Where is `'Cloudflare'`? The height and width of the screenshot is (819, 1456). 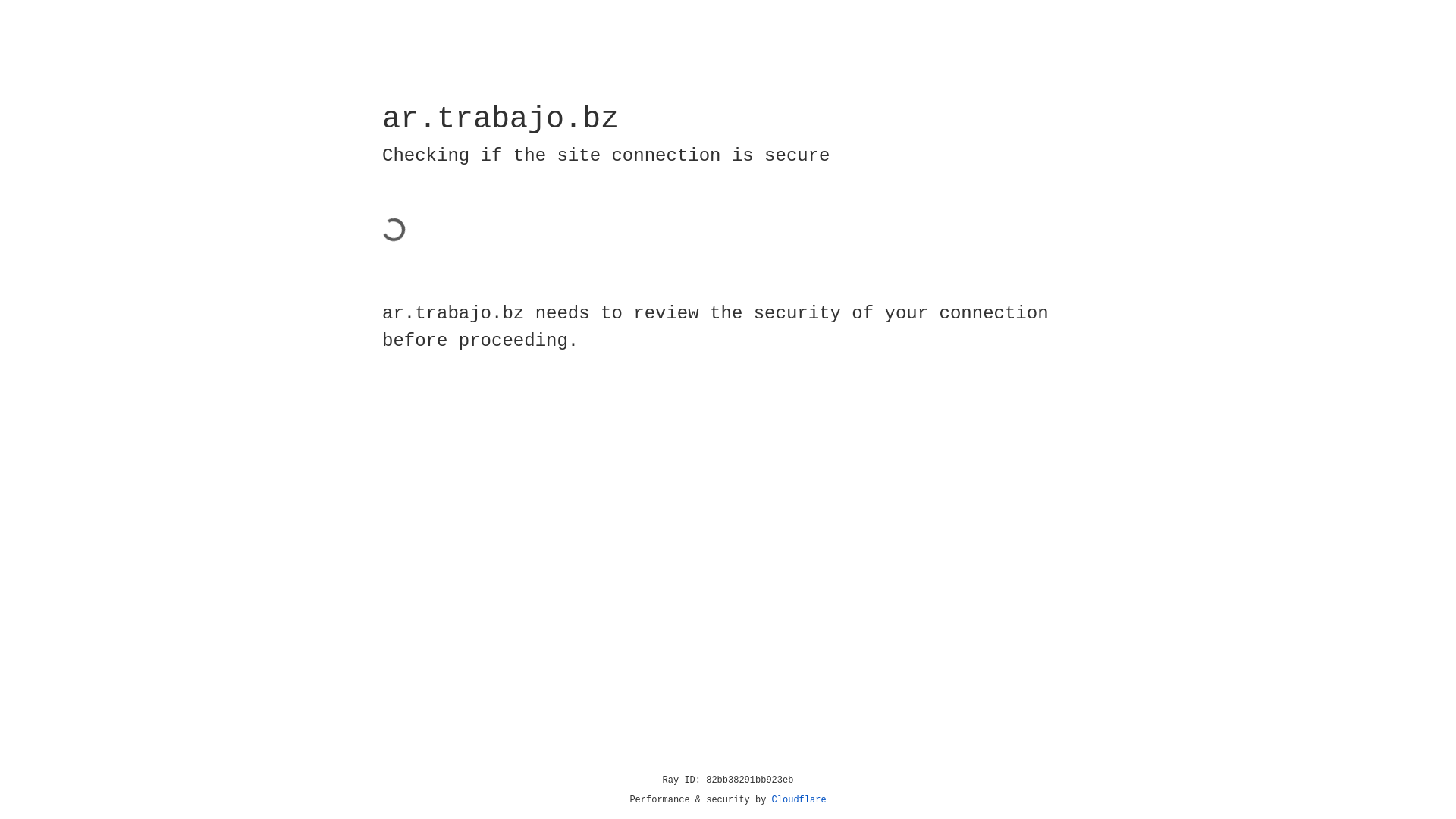
'Cloudflare' is located at coordinates (799, 799).